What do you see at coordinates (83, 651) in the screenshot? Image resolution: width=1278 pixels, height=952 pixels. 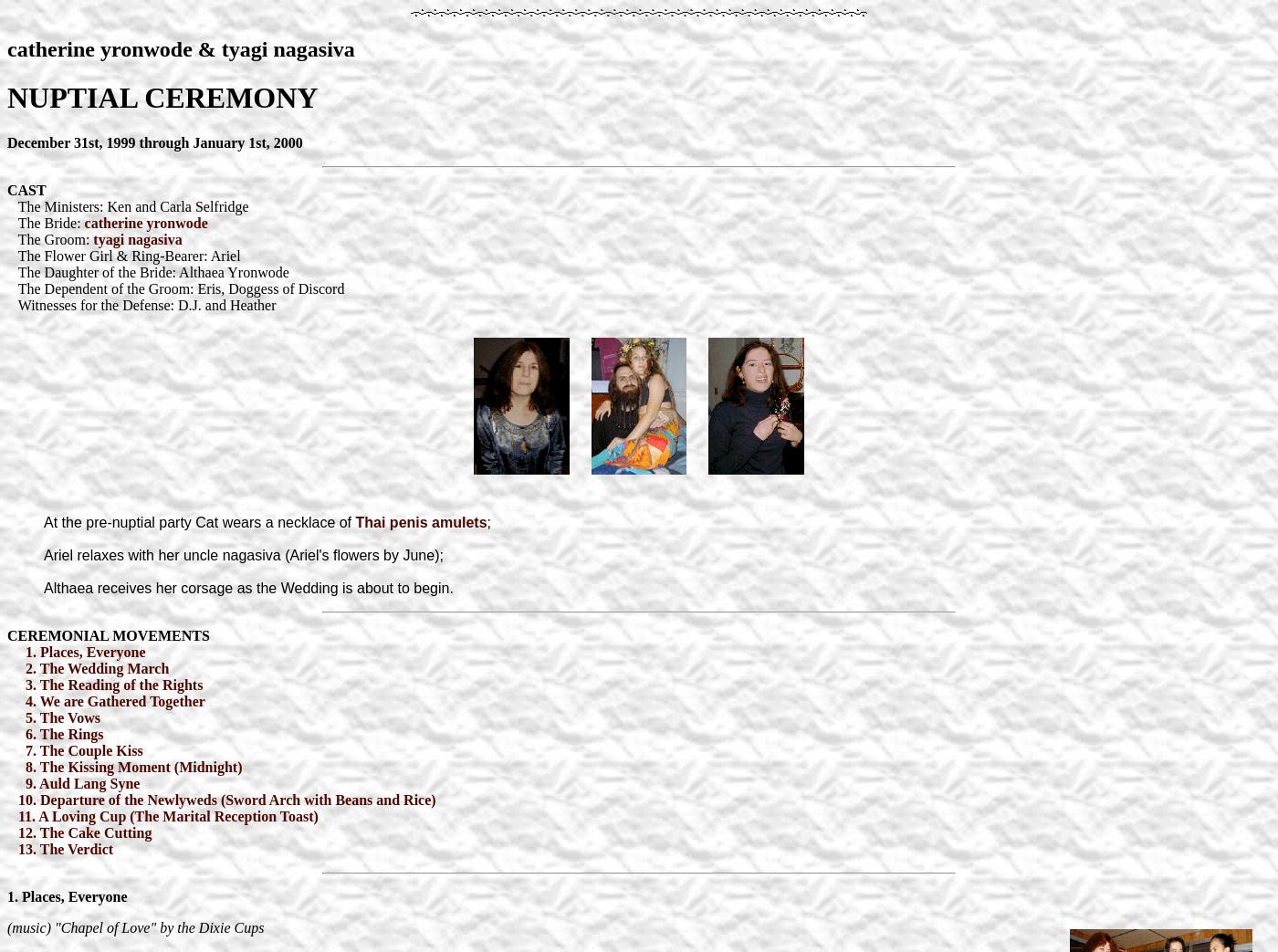 I see `'1. Places, Everyone'` at bounding box center [83, 651].